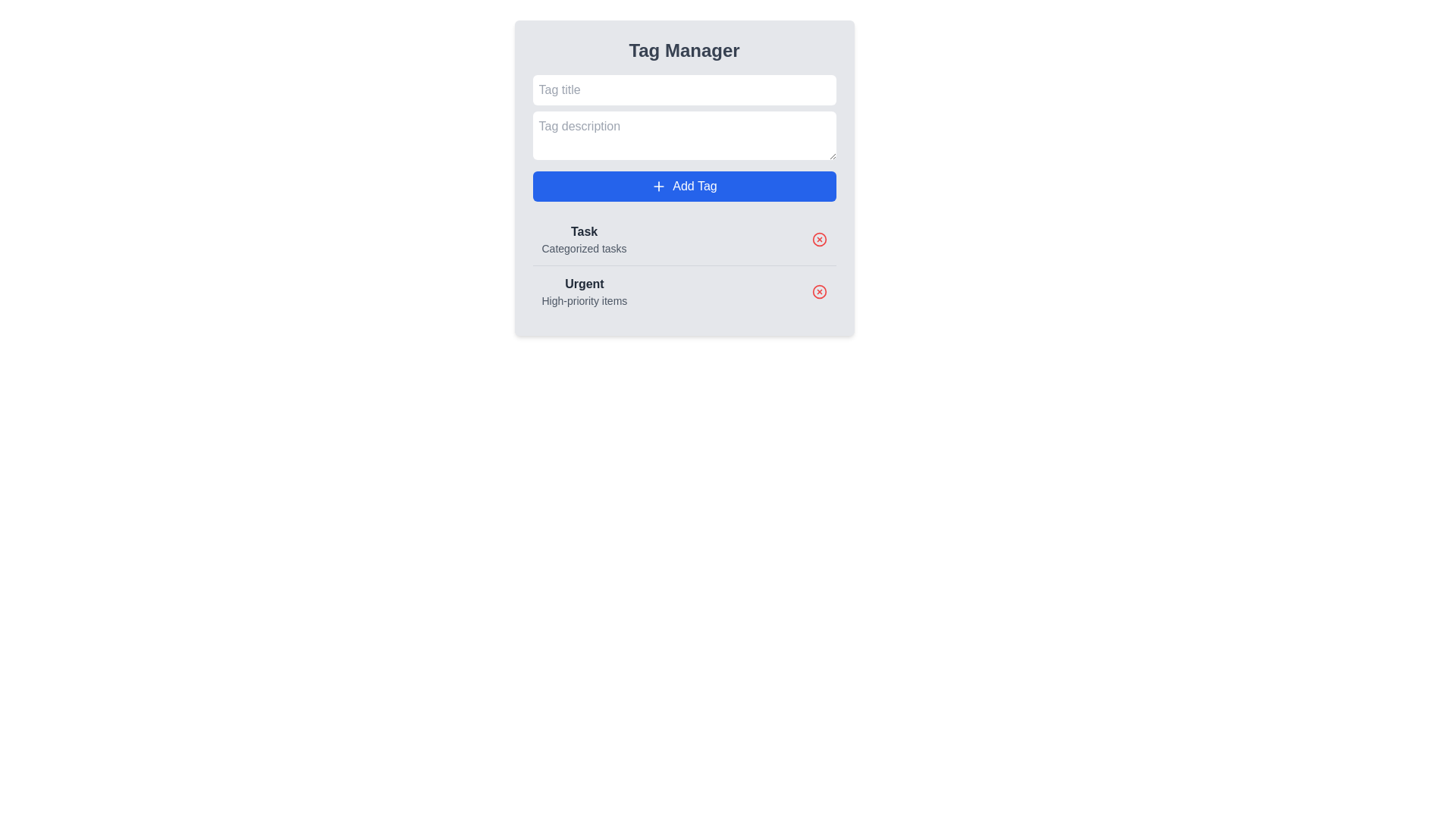 The image size is (1456, 819). I want to click on text content of the task item entry located in the categorized task list, which is the second task below the 'Task' section, so click(683, 291).